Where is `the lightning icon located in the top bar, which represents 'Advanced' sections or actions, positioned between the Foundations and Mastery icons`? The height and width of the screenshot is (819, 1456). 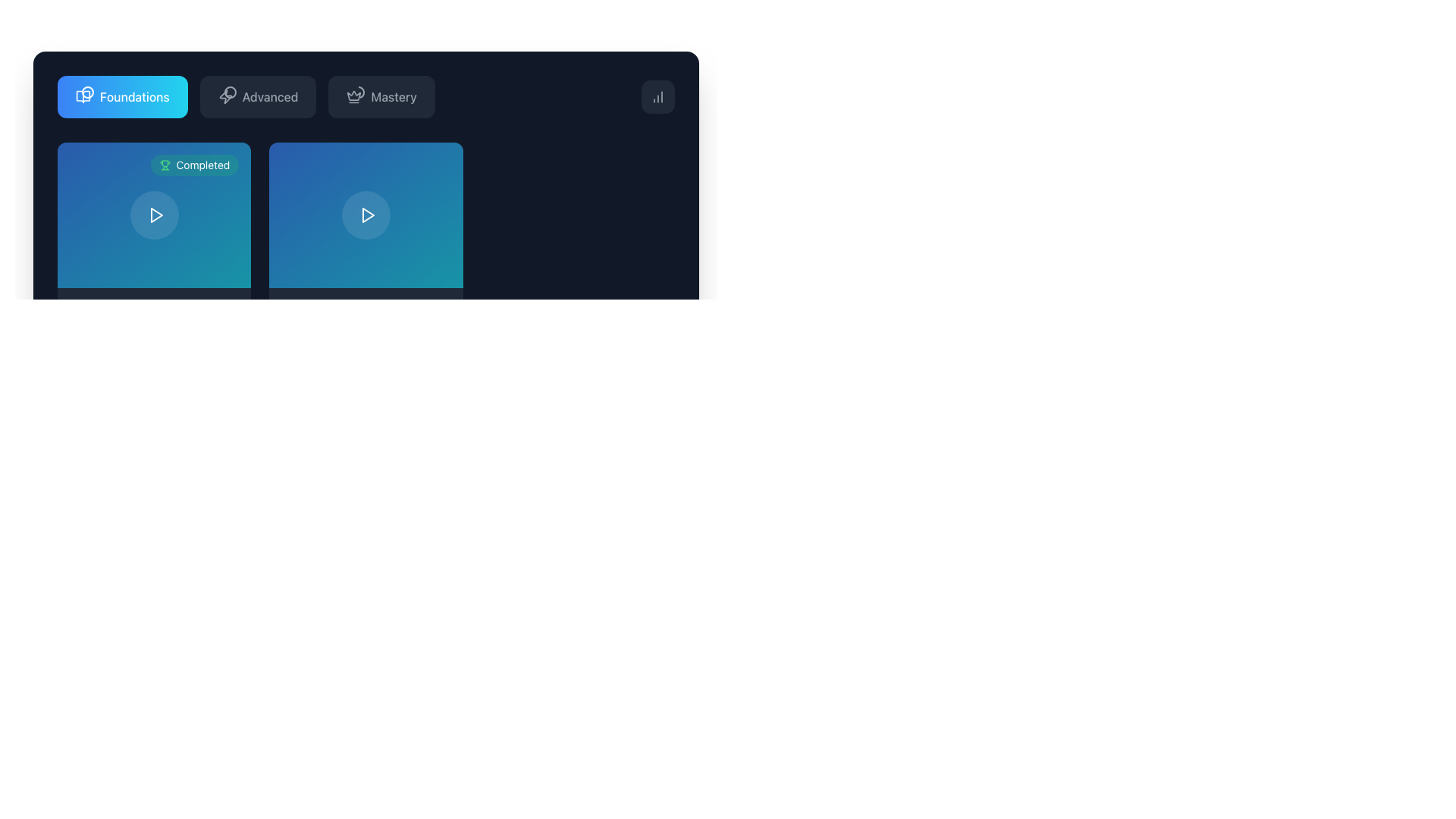 the lightning icon located in the top bar, which represents 'Advanced' sections or actions, positioned between the Foundations and Mastery icons is located at coordinates (224, 96).